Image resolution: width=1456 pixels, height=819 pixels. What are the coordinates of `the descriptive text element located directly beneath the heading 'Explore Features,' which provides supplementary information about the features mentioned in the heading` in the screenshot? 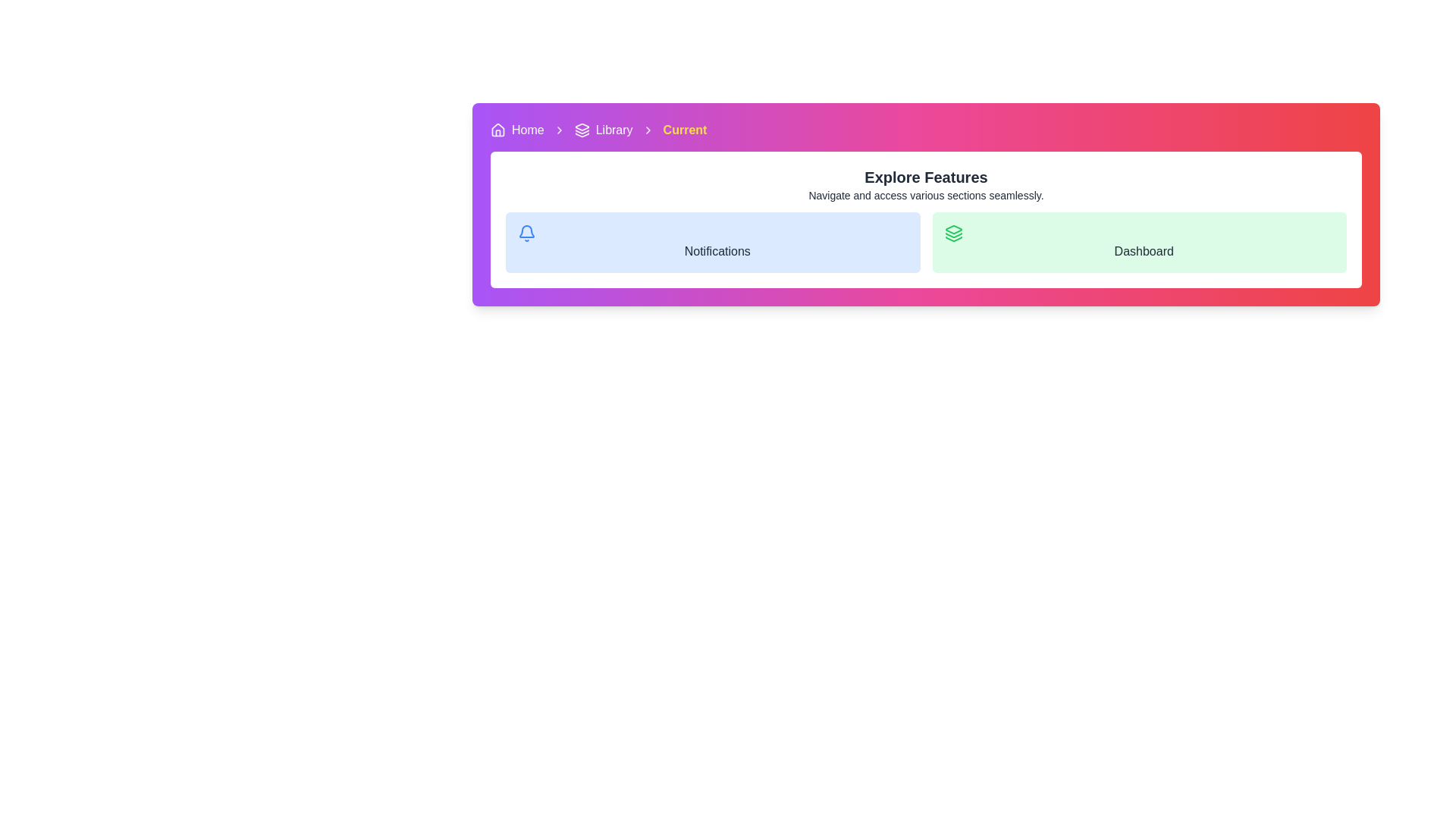 It's located at (925, 195).